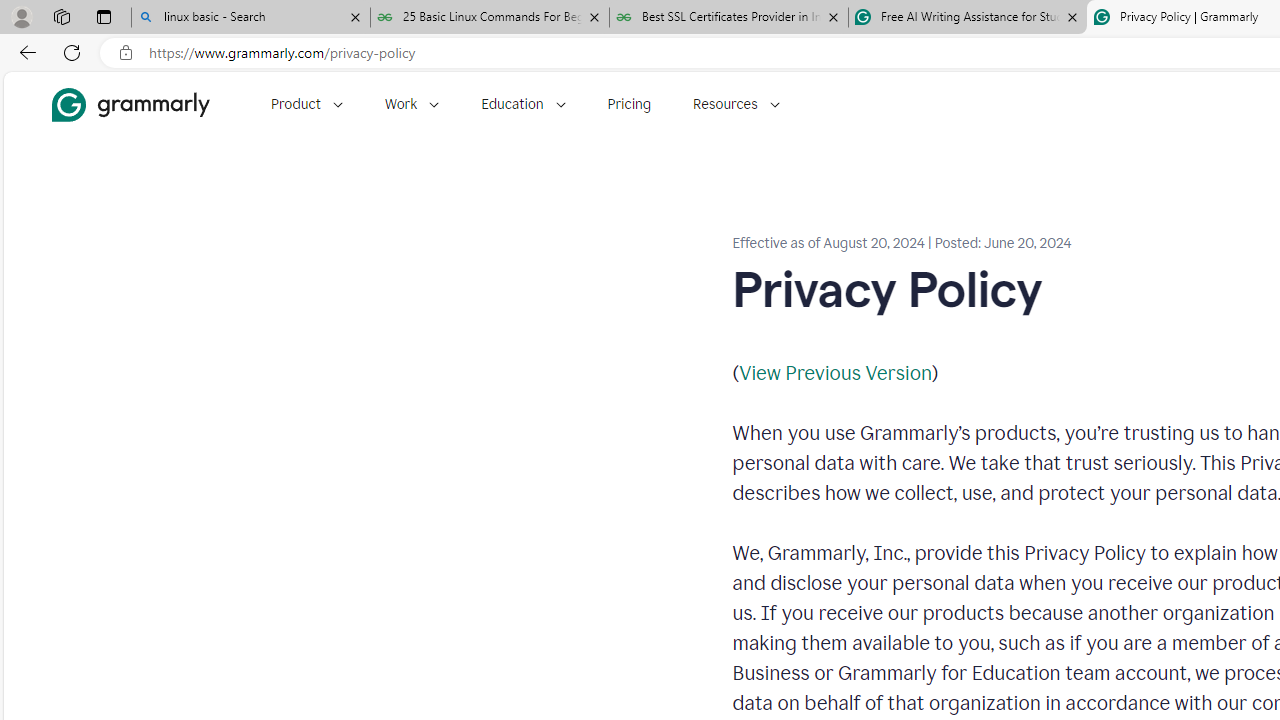  I want to click on 'Grammarly Home', so click(130, 104).